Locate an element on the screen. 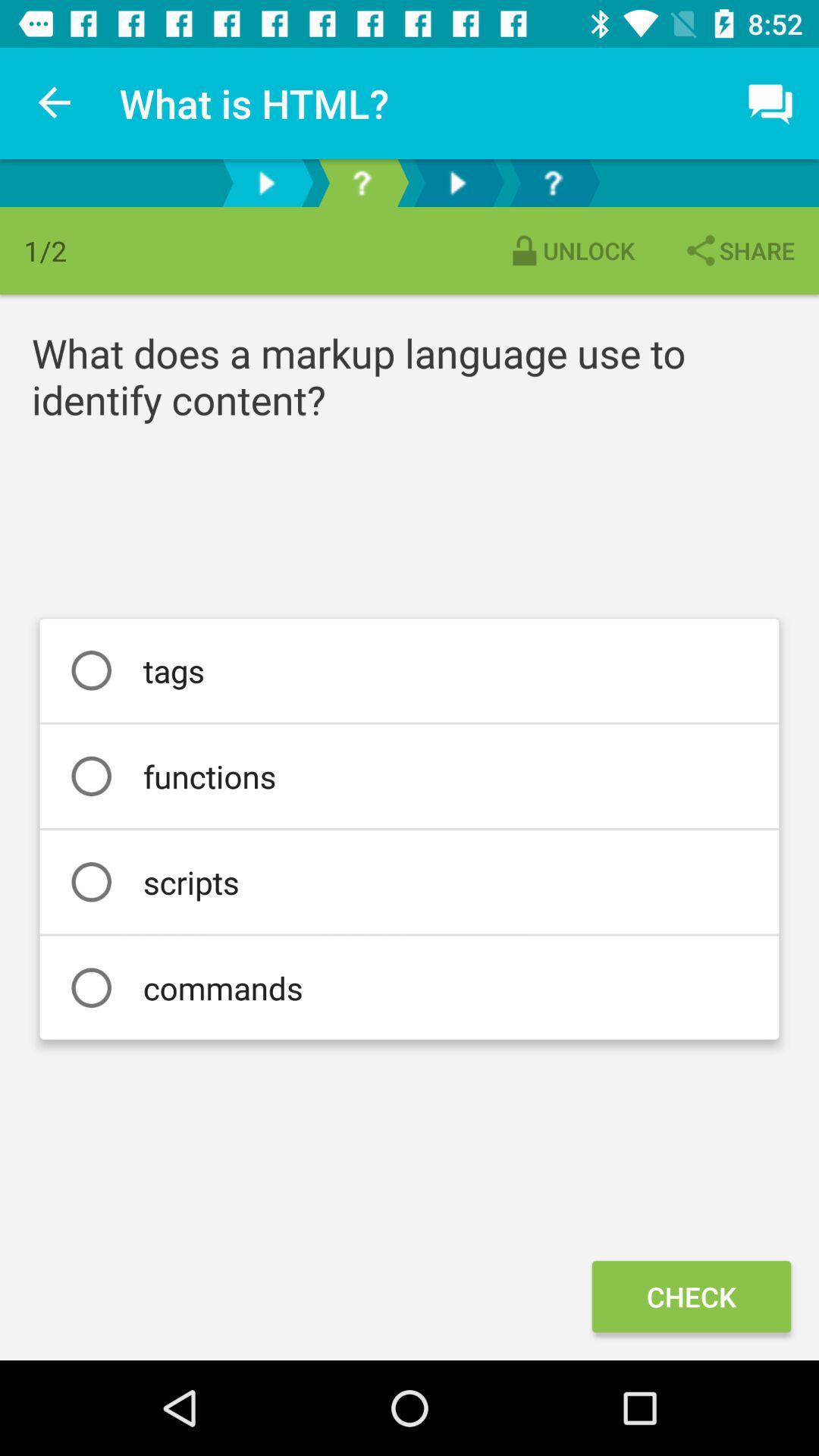 This screenshot has width=819, height=1456. questions is located at coordinates (362, 182).